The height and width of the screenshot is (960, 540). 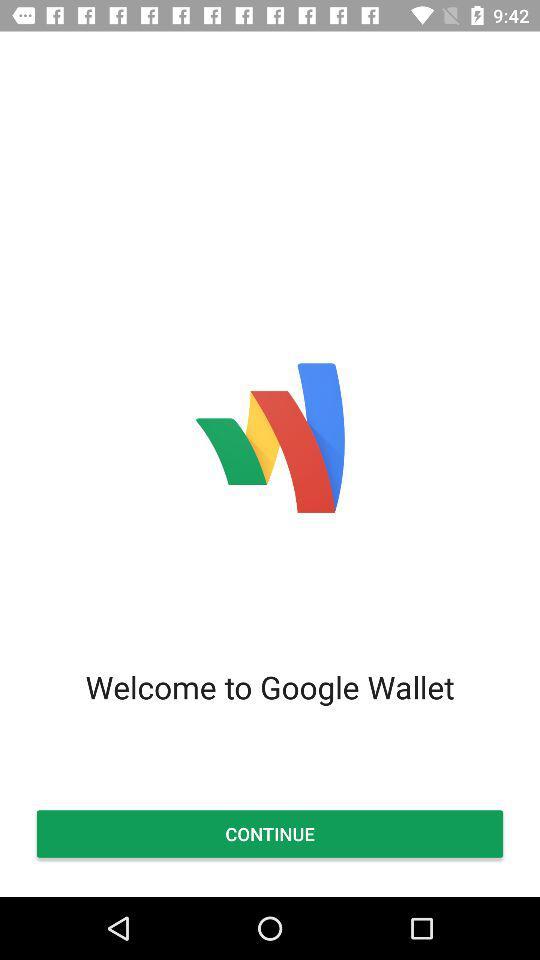 I want to click on the continue, so click(x=270, y=834).